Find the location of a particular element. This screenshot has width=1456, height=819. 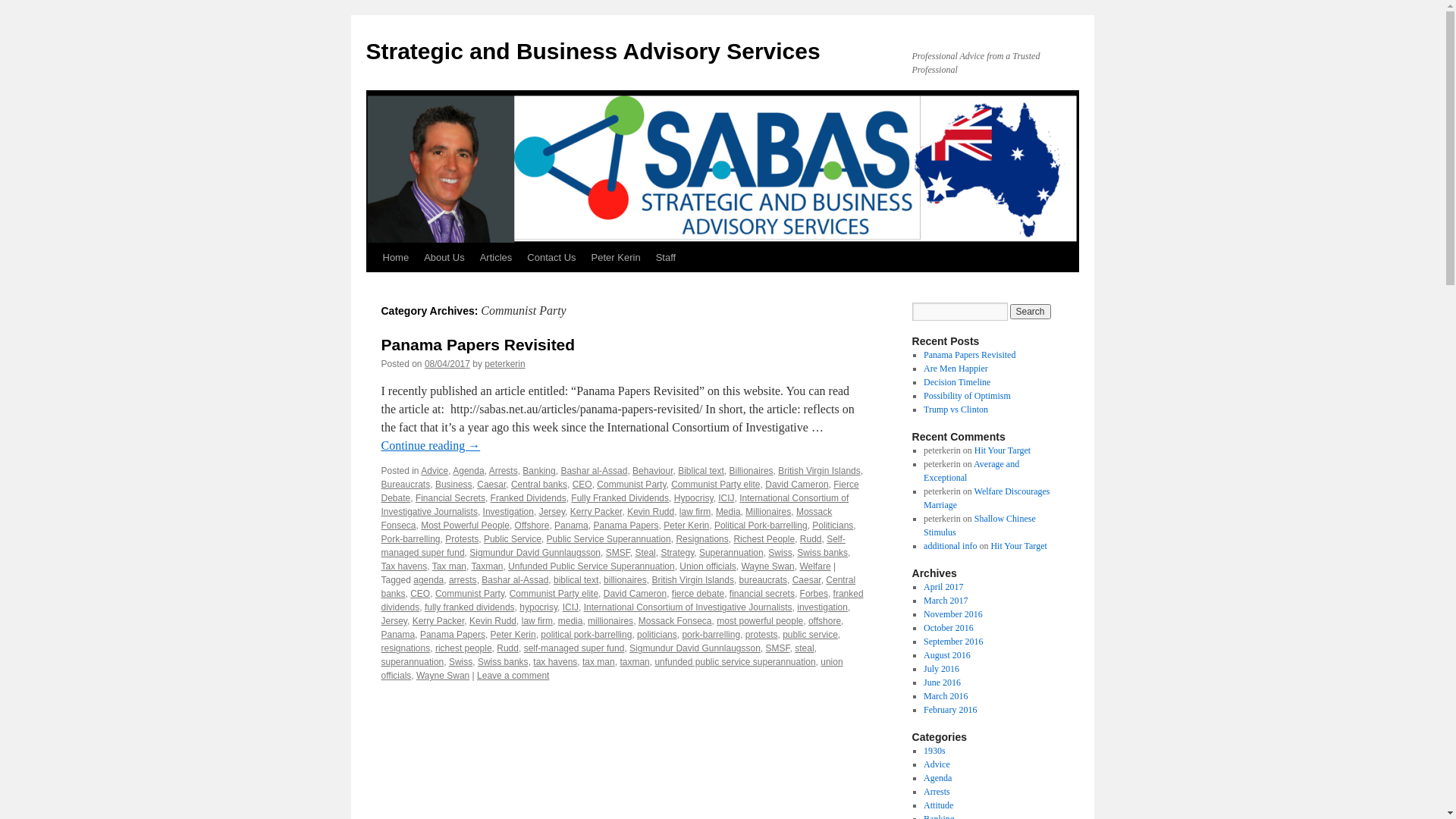

'Are Men Happier' is located at coordinates (923, 369).